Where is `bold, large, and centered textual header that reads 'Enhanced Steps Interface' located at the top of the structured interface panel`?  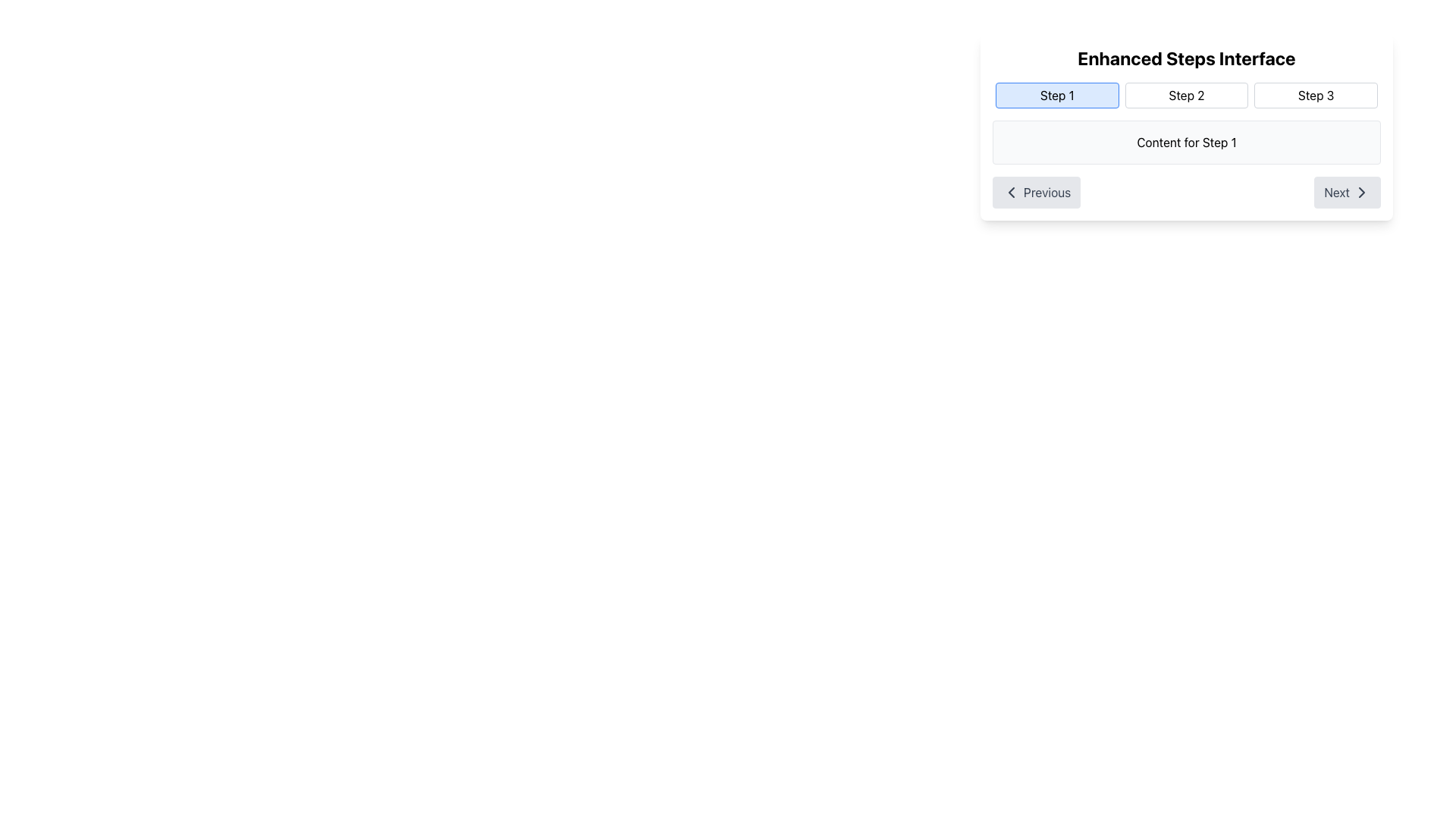 bold, large, and centered textual header that reads 'Enhanced Steps Interface' located at the top of the structured interface panel is located at coordinates (1185, 58).